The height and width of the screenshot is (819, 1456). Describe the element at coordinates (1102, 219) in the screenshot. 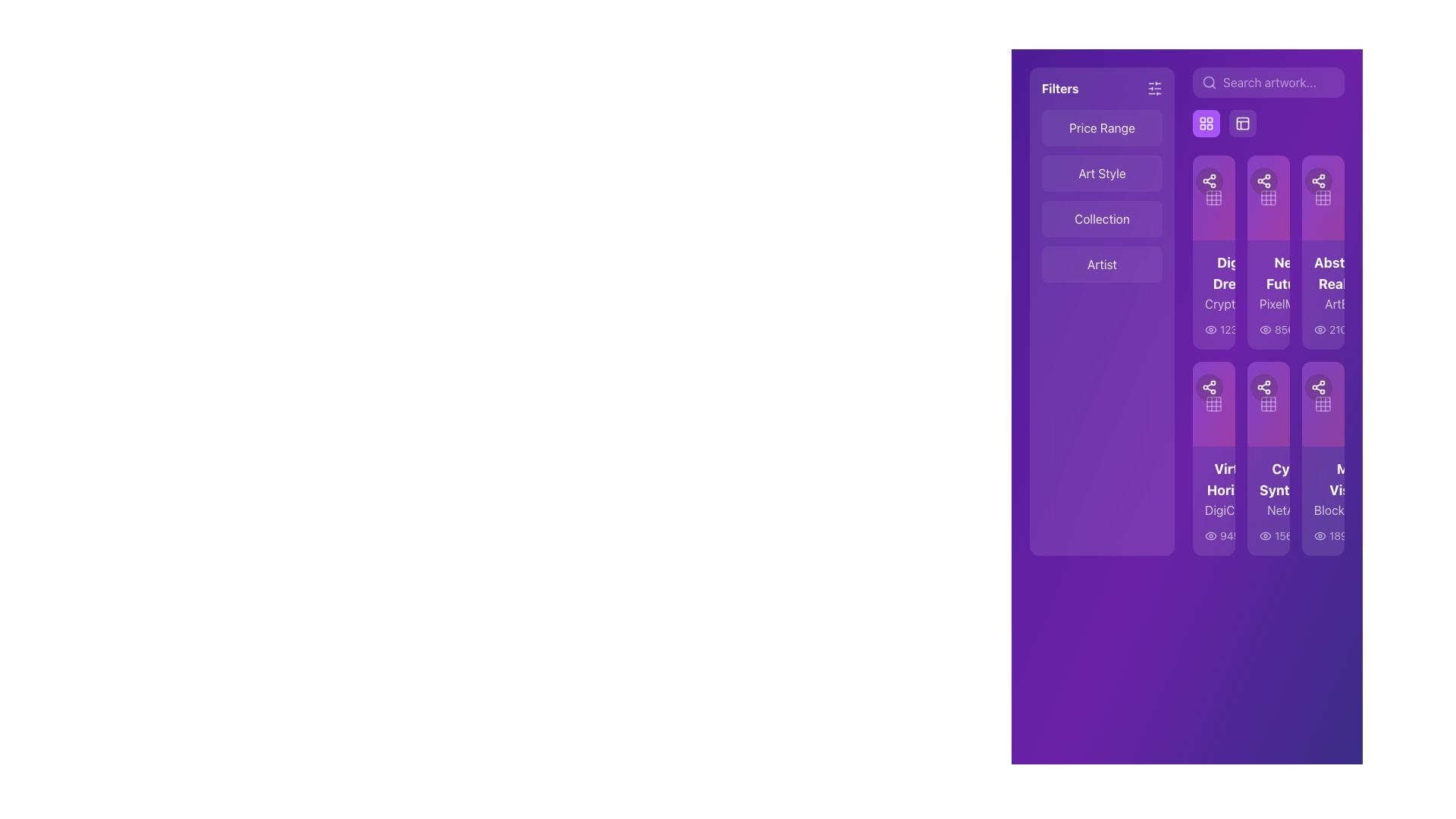

I see `text displayed on the 'Collection' filter category button, which is the third button in a vertical list located in the sidebar menu, positioned between the 'Art Style' and 'Artist' buttons` at that location.